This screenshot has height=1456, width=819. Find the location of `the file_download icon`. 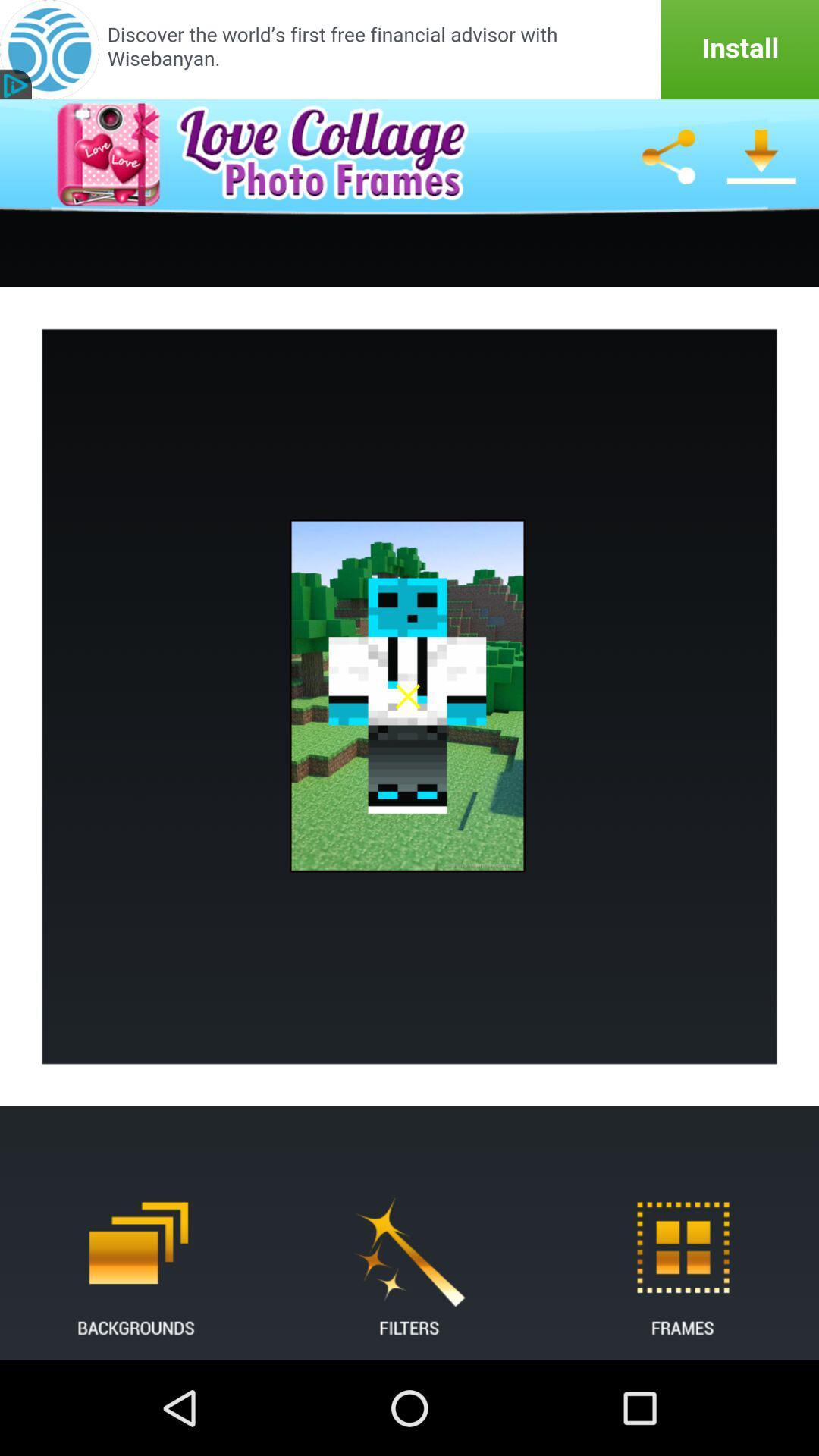

the file_download icon is located at coordinates (762, 168).